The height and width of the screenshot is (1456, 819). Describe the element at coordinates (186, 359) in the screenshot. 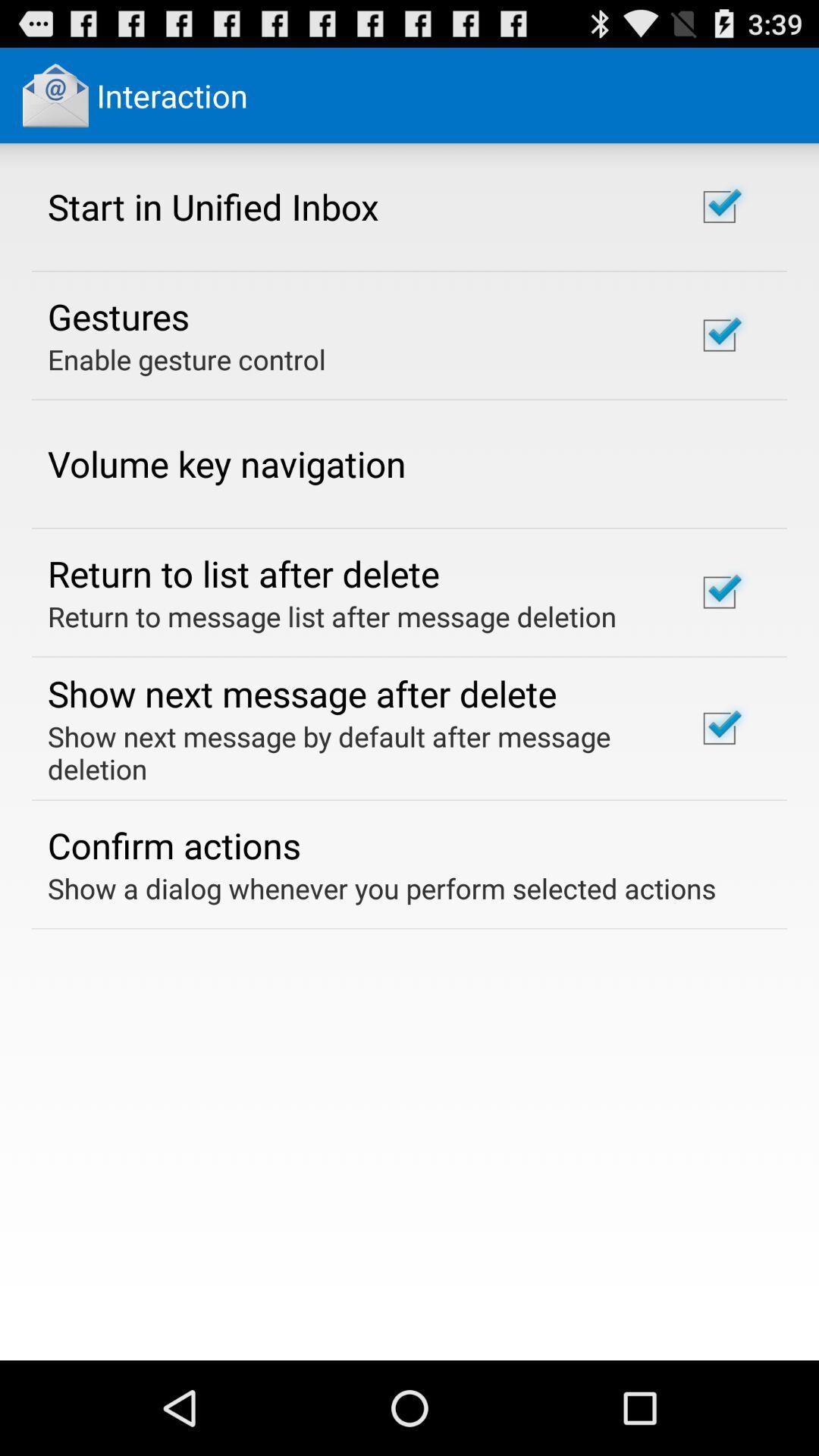

I see `the app above volume key navigation item` at that location.